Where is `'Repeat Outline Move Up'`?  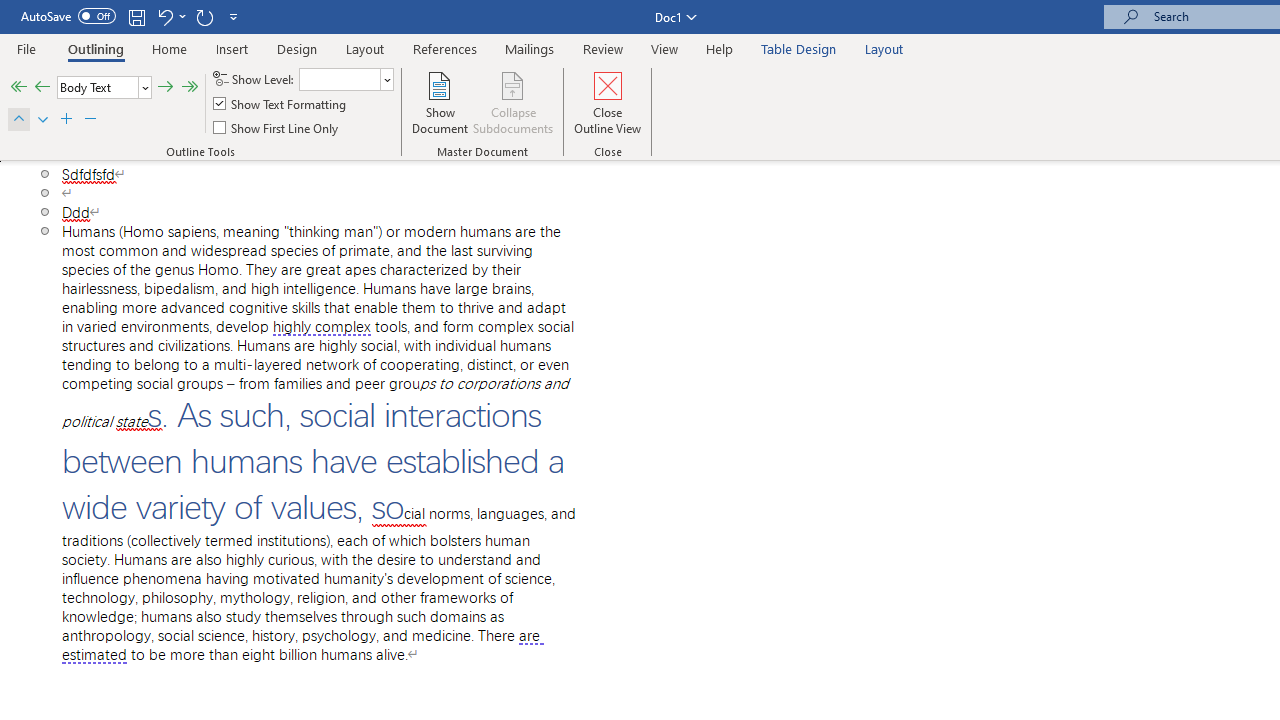 'Repeat Outline Move Up' is located at coordinates (204, 16).